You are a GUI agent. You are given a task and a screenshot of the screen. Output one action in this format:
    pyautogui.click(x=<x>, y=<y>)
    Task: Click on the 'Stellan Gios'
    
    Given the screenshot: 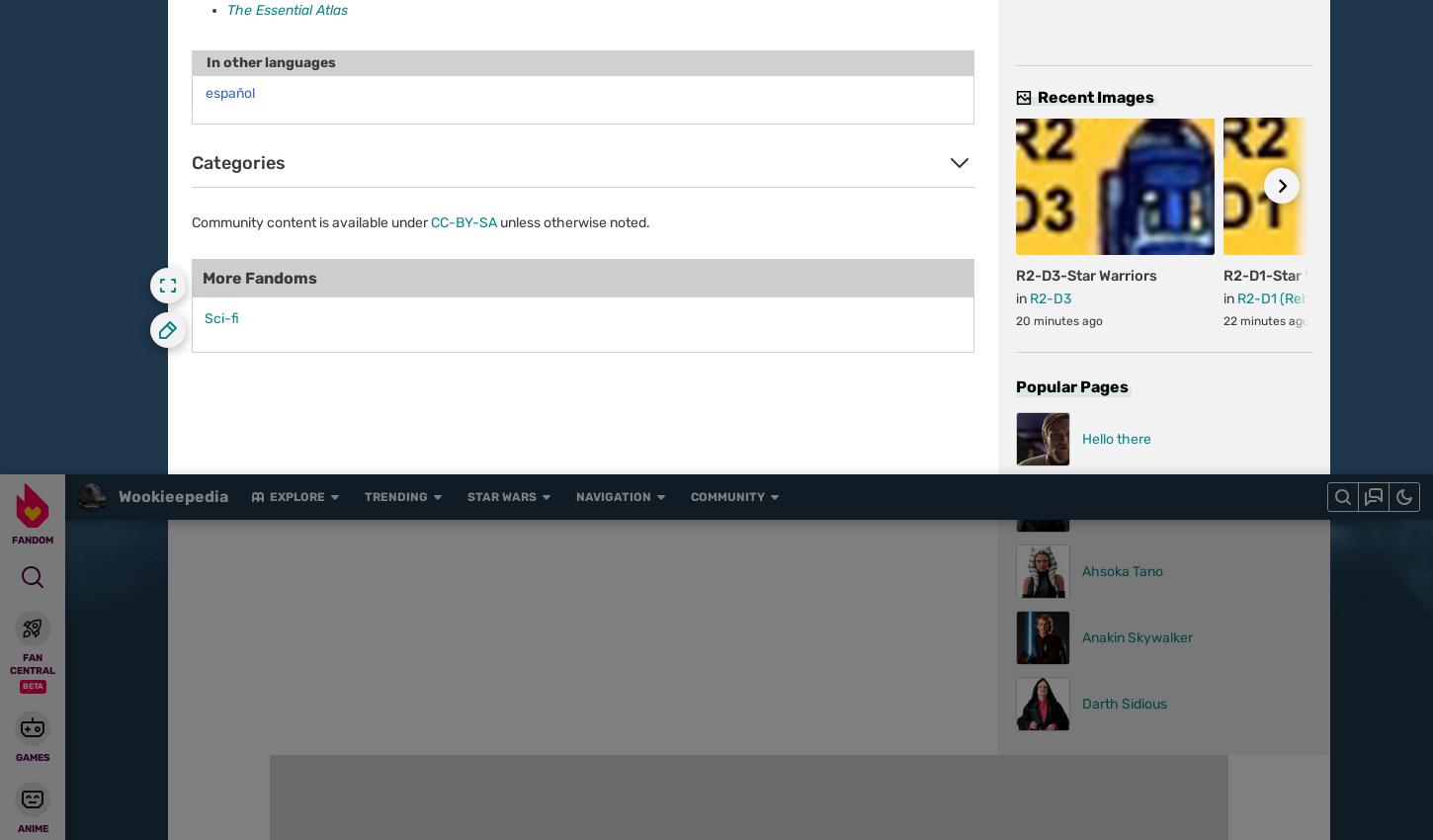 What is the action you would take?
    pyautogui.click(x=269, y=265)
    